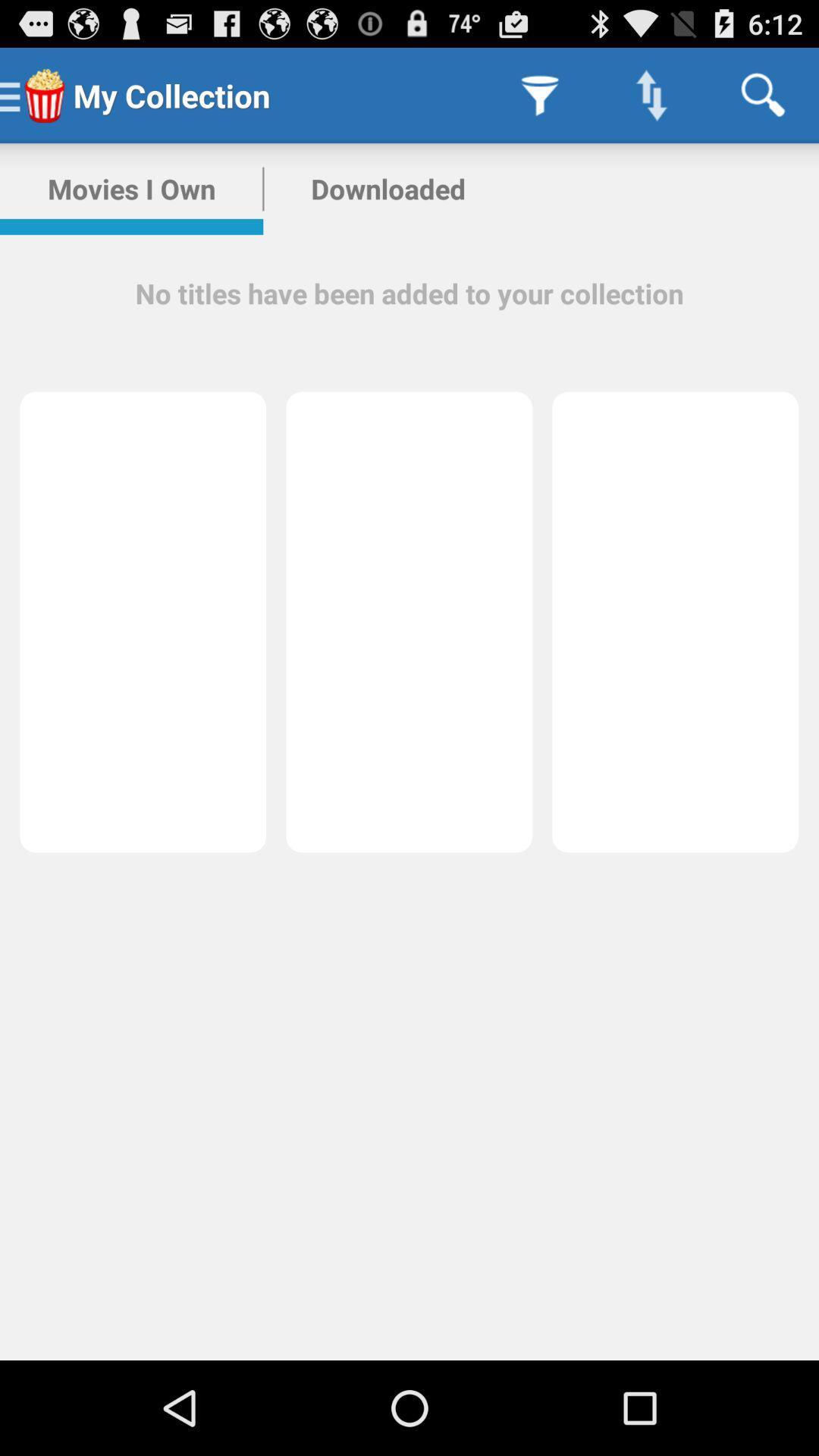  I want to click on the app to the right of movies i own, so click(388, 188).